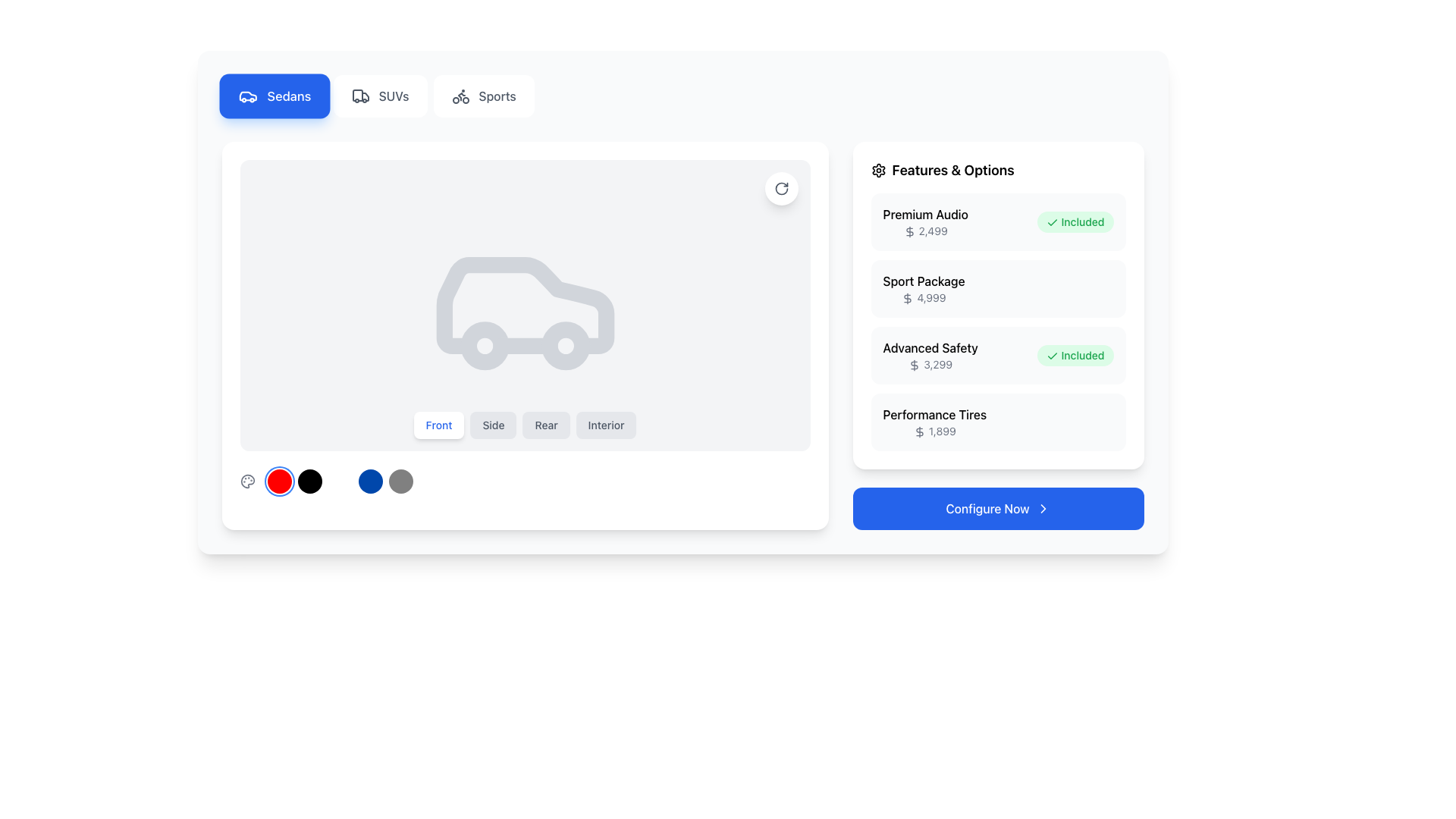 Image resolution: width=1456 pixels, height=819 pixels. Describe the element at coordinates (546, 425) in the screenshot. I see `the 'Rear' button, the third button in a group of four (Front, Side, Rear, Interior)` at that location.